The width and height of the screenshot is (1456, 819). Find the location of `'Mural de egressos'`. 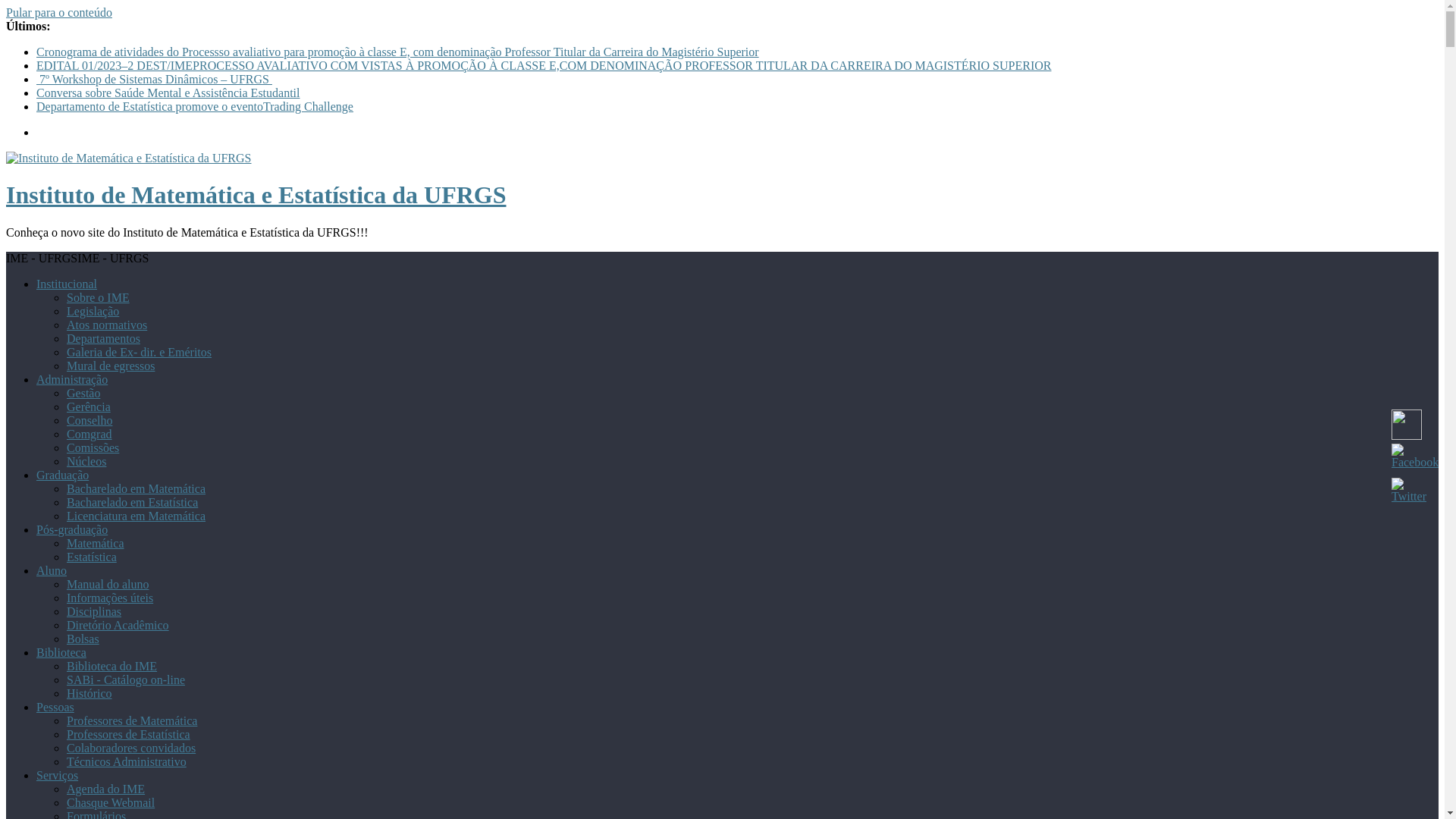

'Mural de egressos' is located at coordinates (109, 366).